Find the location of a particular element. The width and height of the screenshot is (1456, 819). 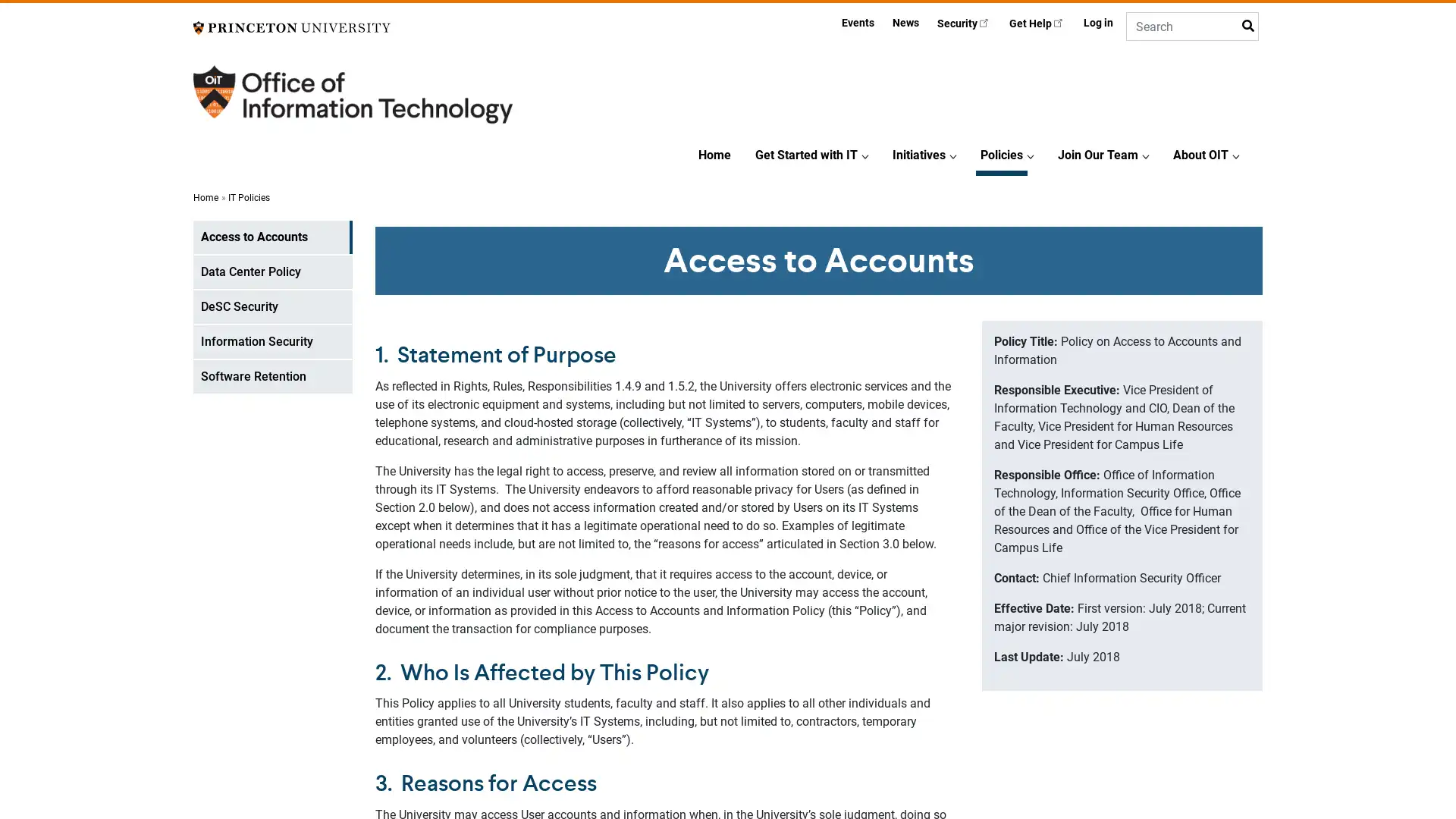

Submit is located at coordinates (1238, 26).